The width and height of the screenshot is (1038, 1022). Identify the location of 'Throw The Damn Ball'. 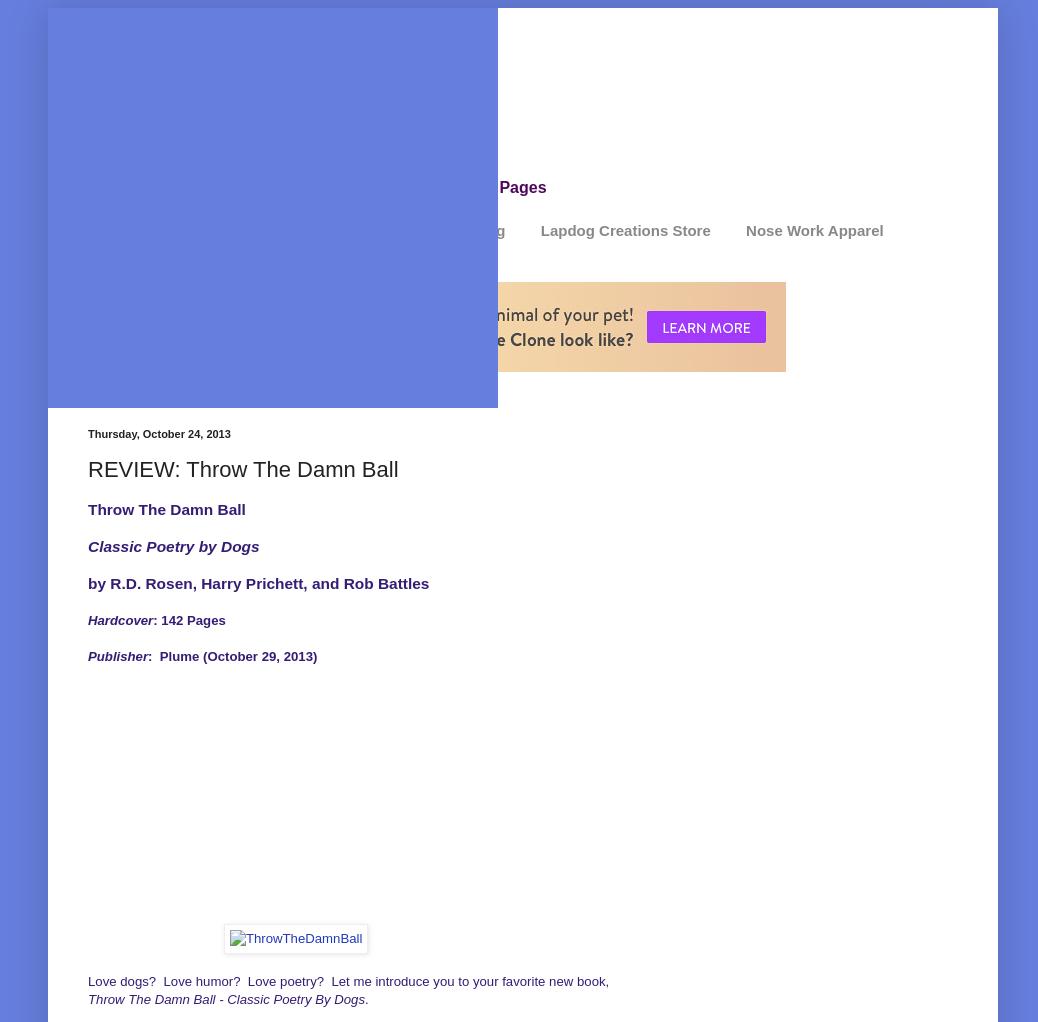
(165, 508).